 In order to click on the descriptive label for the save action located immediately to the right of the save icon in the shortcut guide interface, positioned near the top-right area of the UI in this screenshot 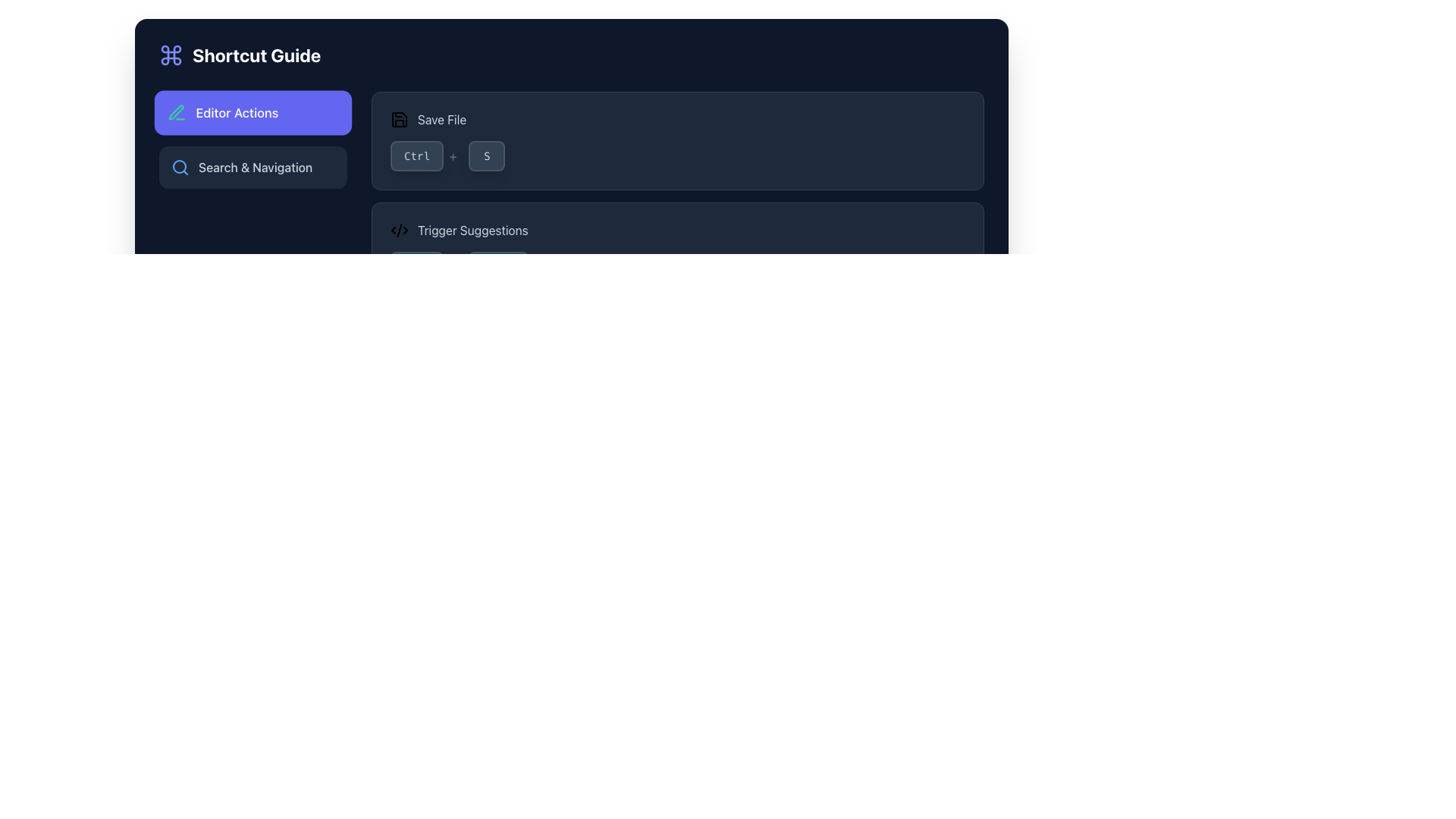, I will do `click(441, 119)`.